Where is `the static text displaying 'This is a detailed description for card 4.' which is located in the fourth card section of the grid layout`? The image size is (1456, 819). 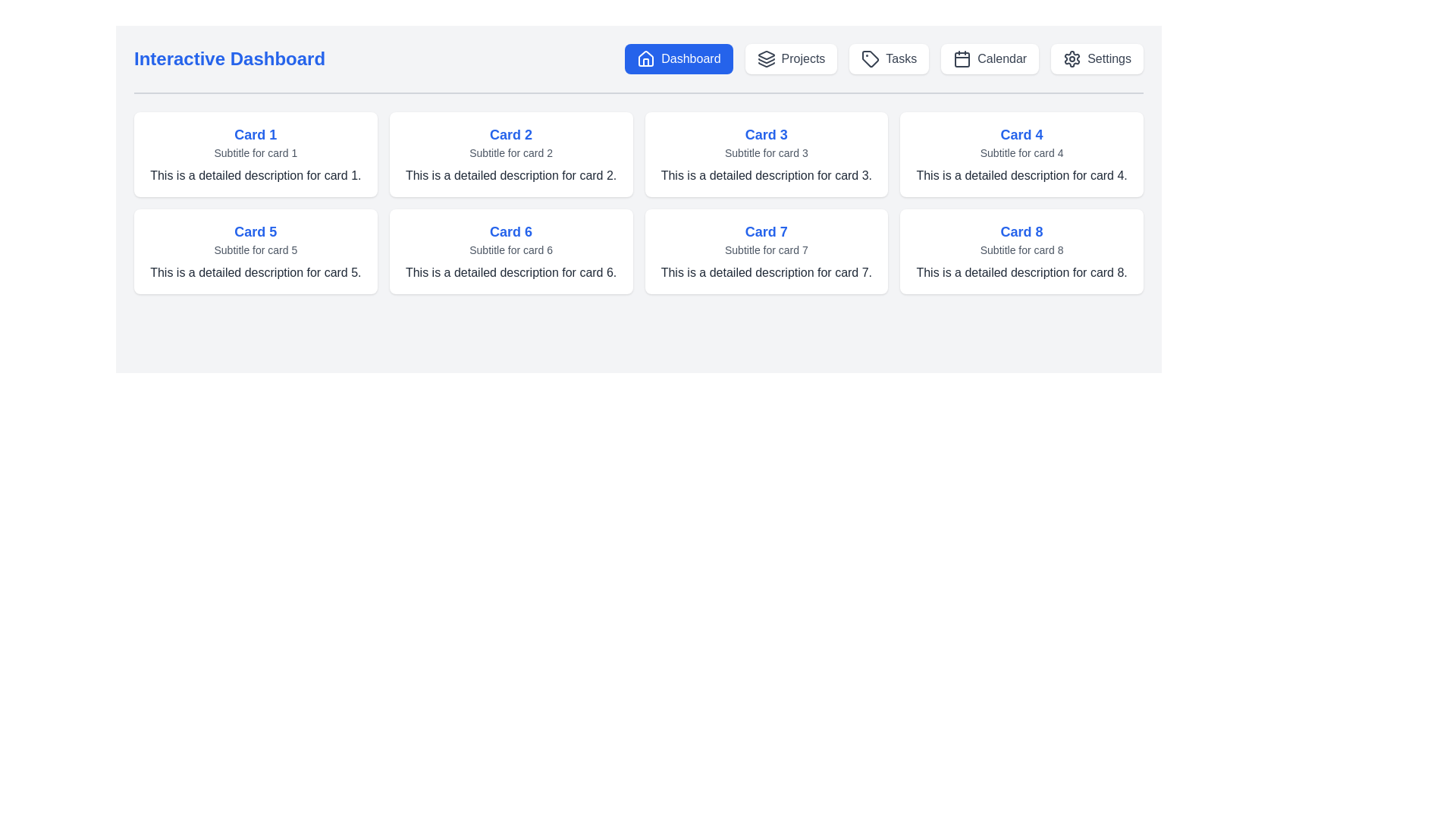 the static text displaying 'This is a detailed description for card 4.' which is located in the fourth card section of the grid layout is located at coordinates (1021, 174).